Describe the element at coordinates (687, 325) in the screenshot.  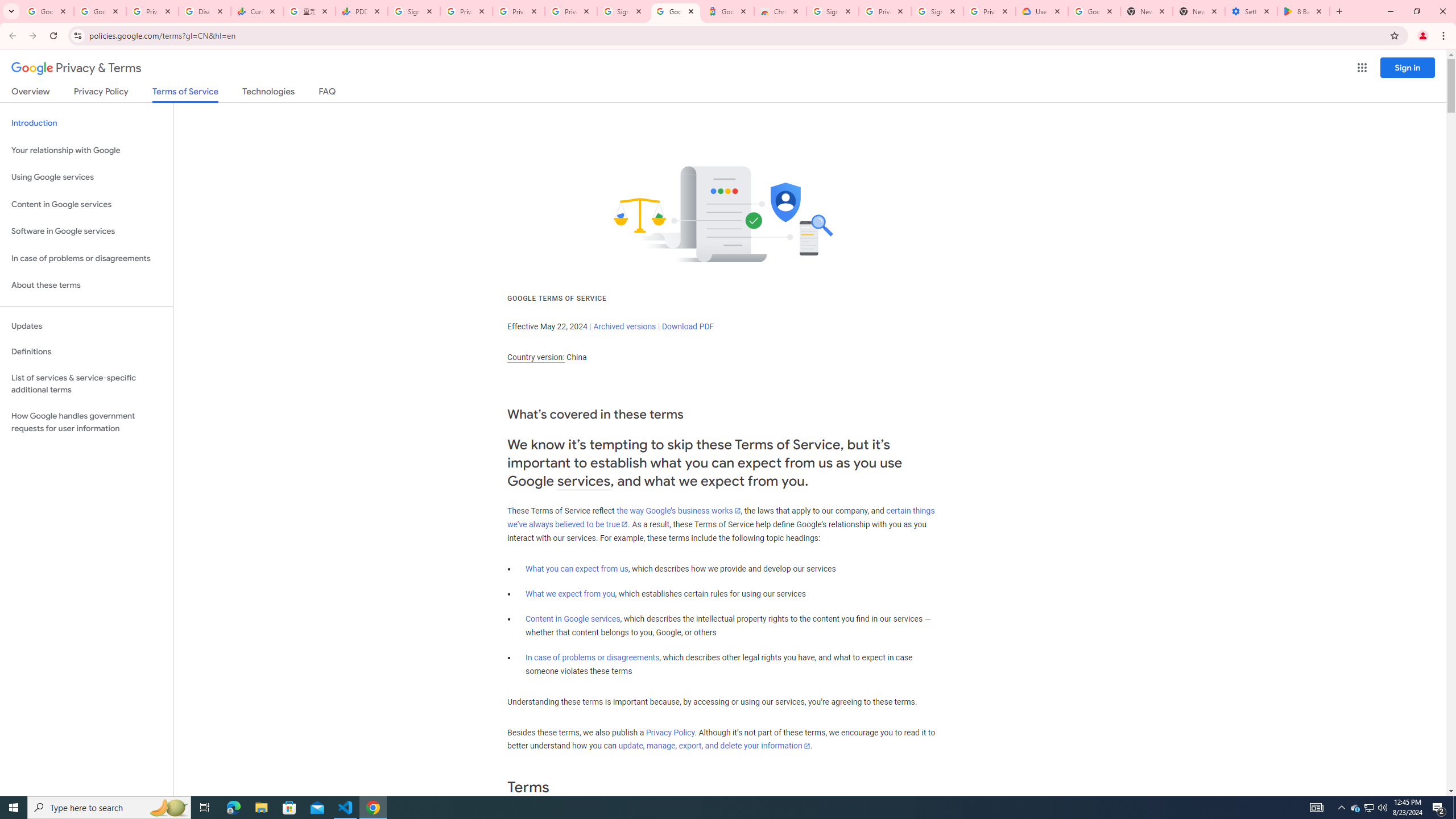
I see `'Download PDF'` at that location.